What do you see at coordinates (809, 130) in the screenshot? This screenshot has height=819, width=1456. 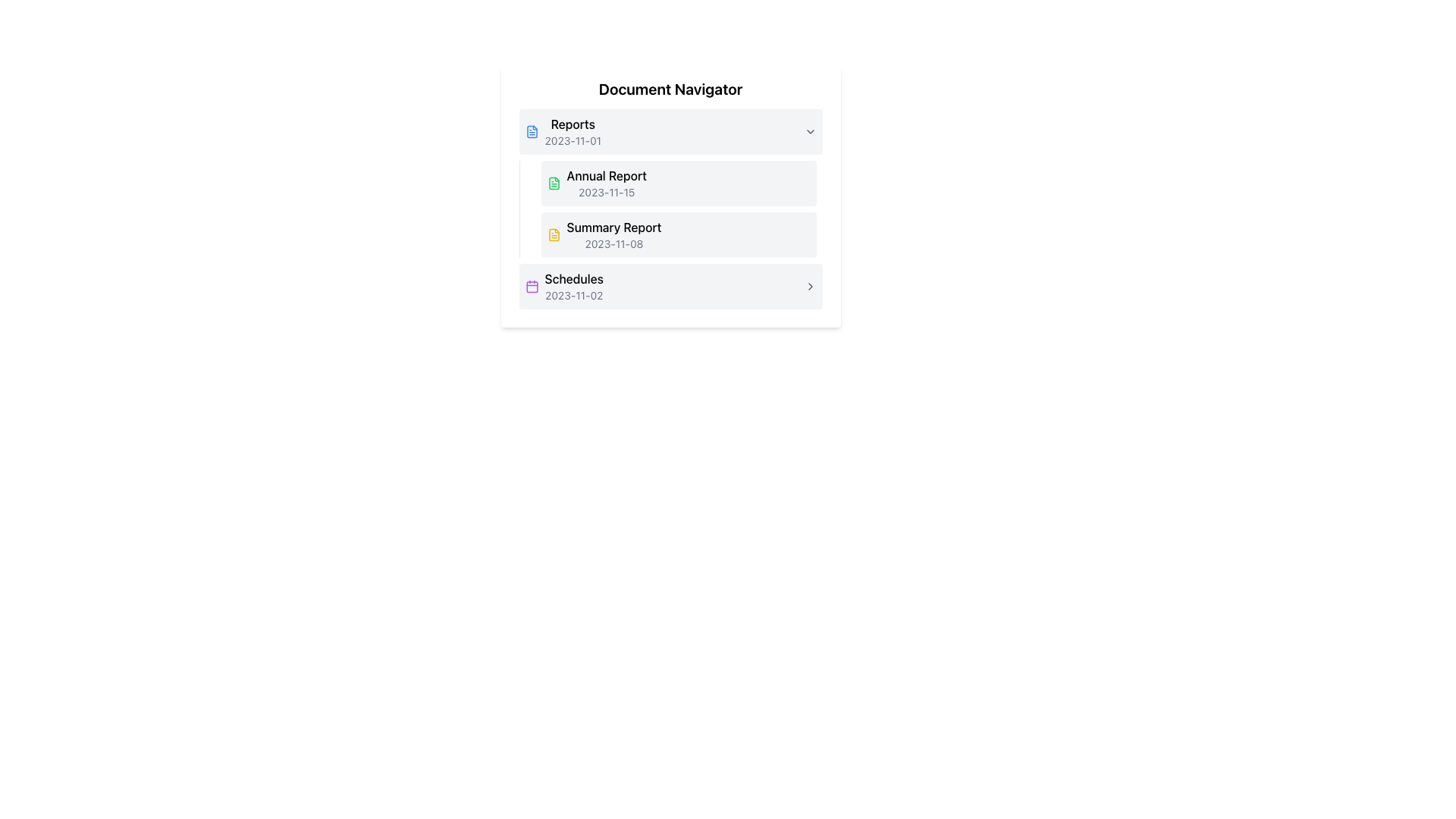 I see `the chevron icon located to the right of the 'Reports2023-11-01' text` at bounding box center [809, 130].